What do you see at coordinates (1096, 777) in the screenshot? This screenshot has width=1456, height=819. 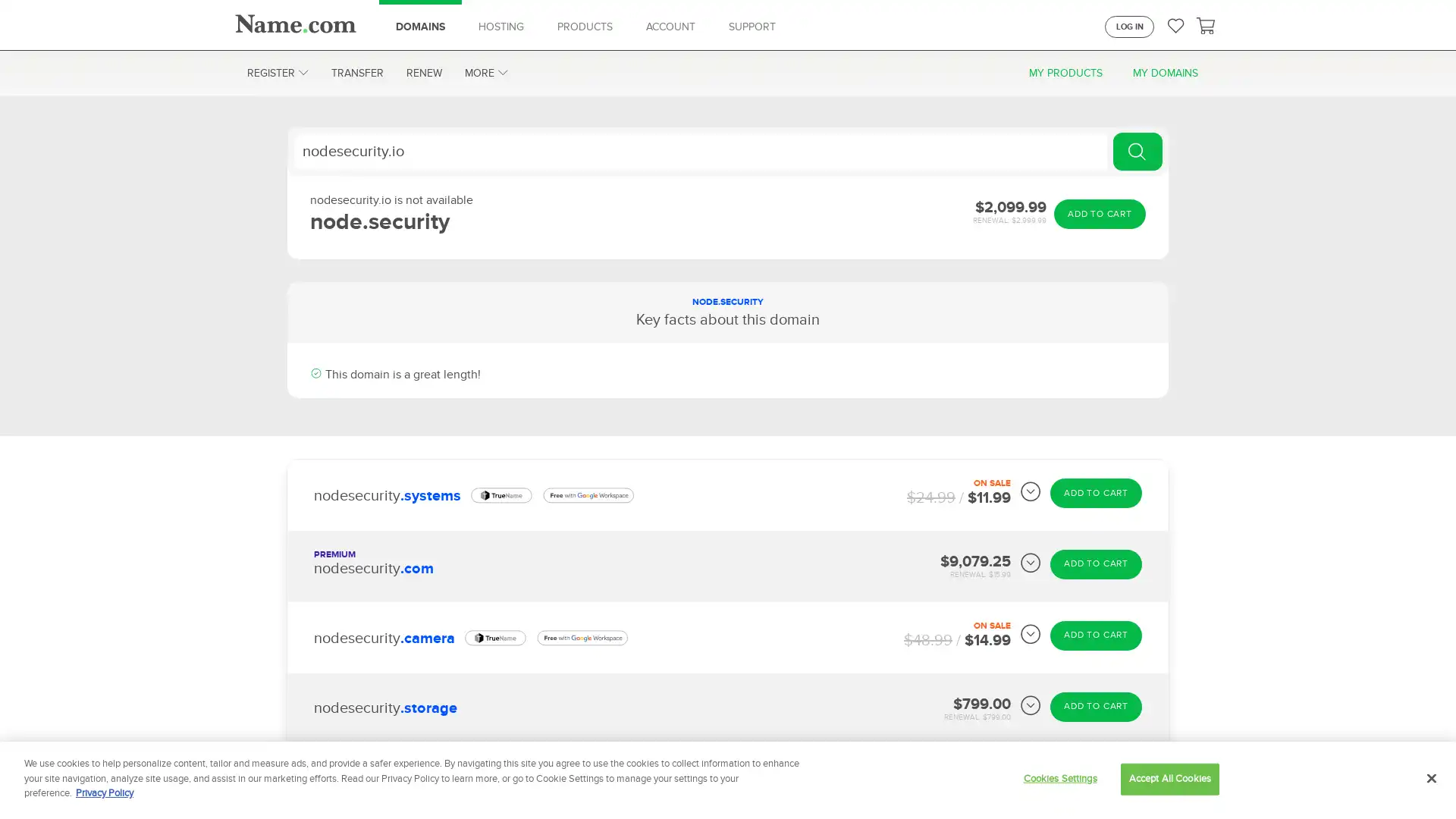 I see `ADD TO CART` at bounding box center [1096, 777].